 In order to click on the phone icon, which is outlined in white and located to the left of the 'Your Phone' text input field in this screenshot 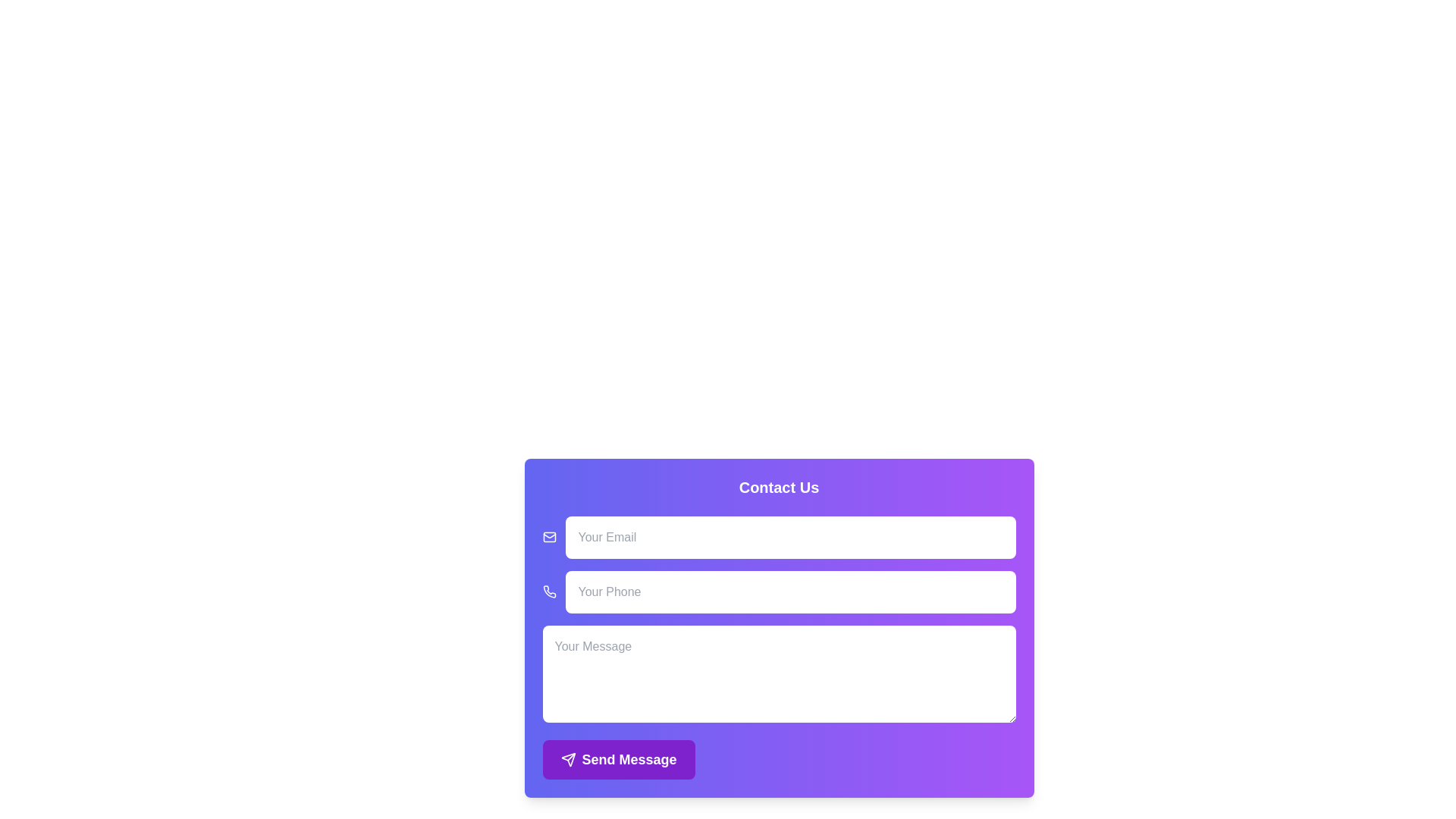, I will do `click(548, 591)`.